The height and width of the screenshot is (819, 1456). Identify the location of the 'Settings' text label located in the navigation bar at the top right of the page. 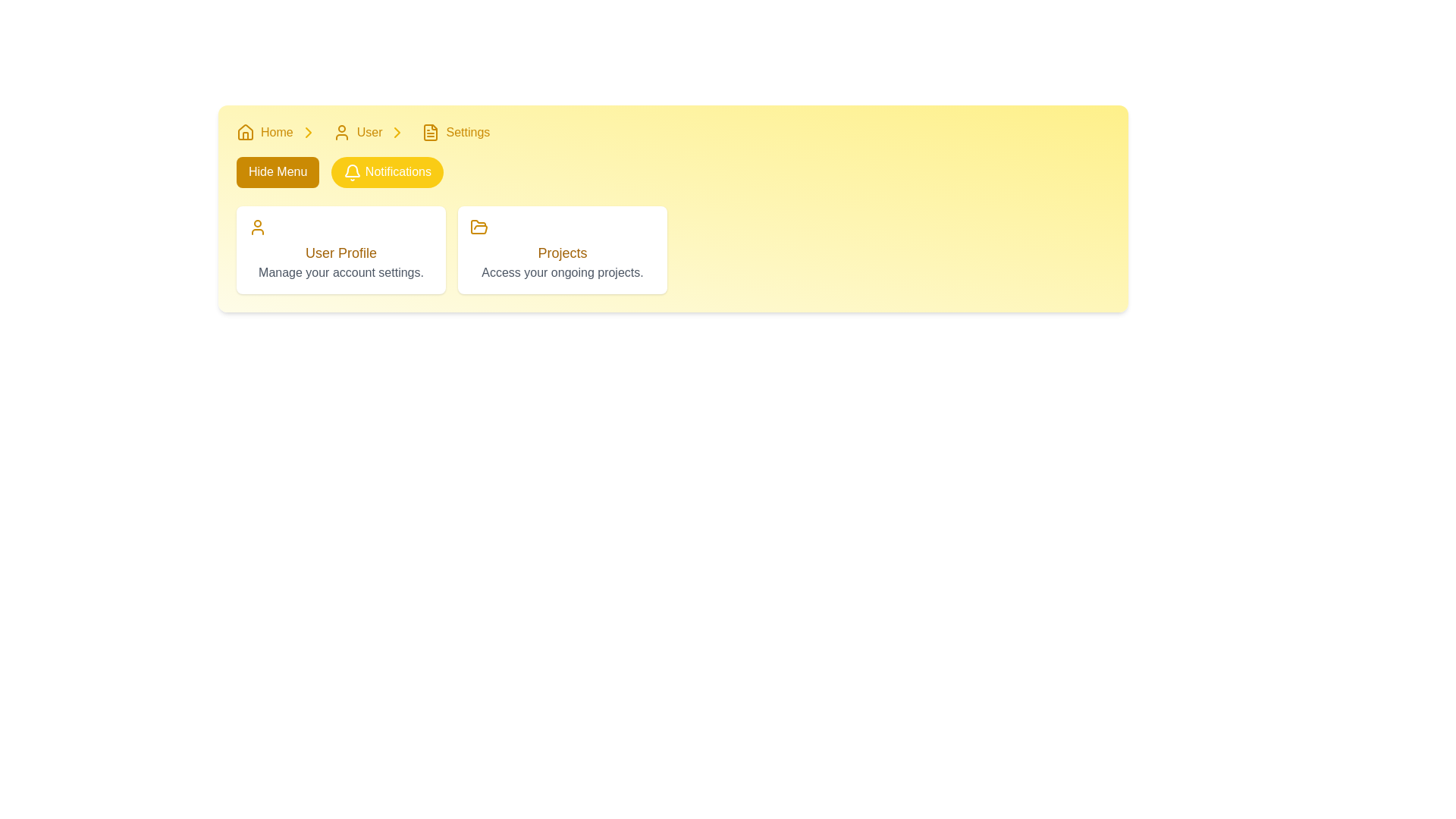
(467, 131).